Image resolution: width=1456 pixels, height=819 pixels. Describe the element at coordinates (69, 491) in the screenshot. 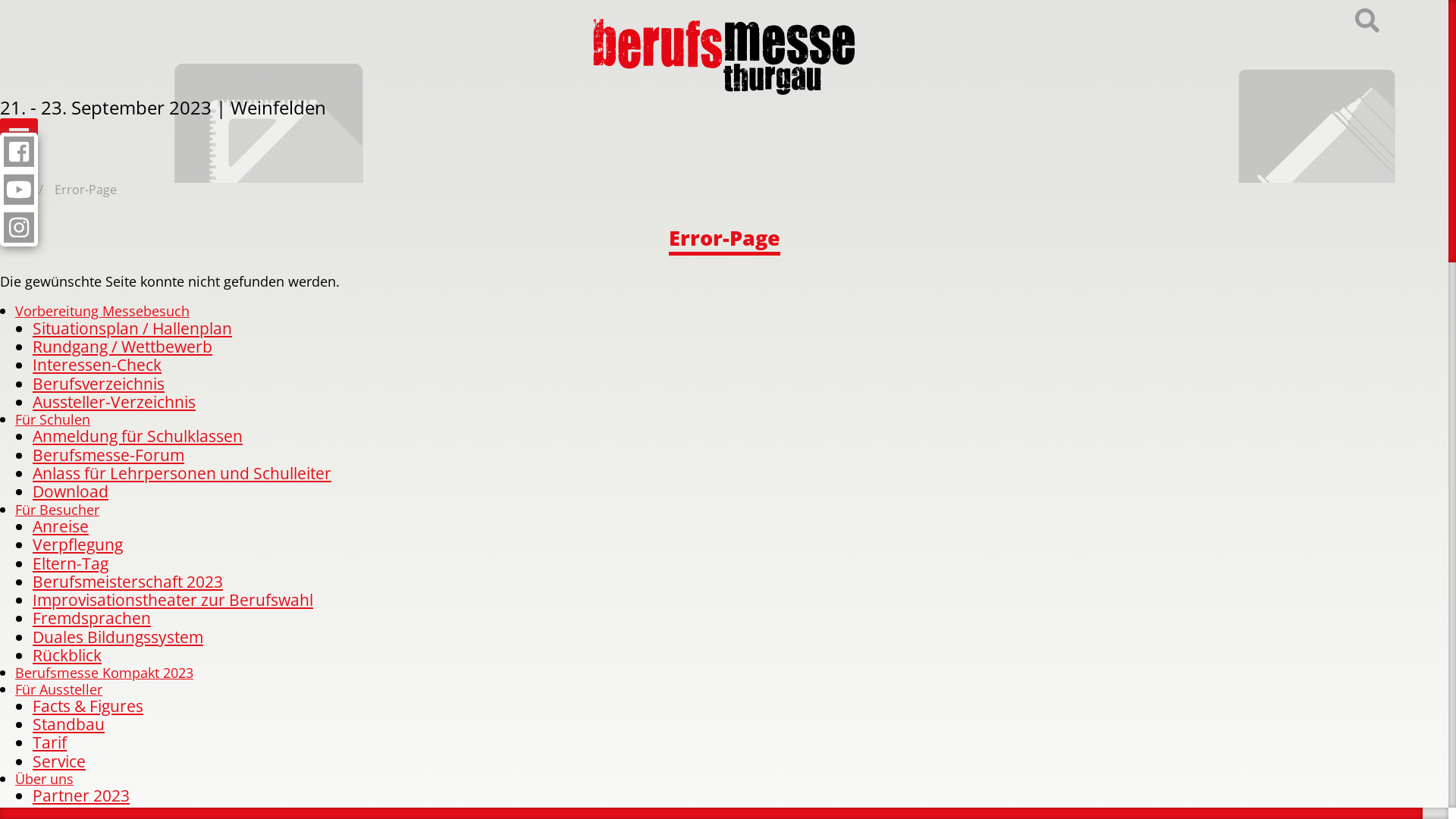

I see `'Download'` at that location.